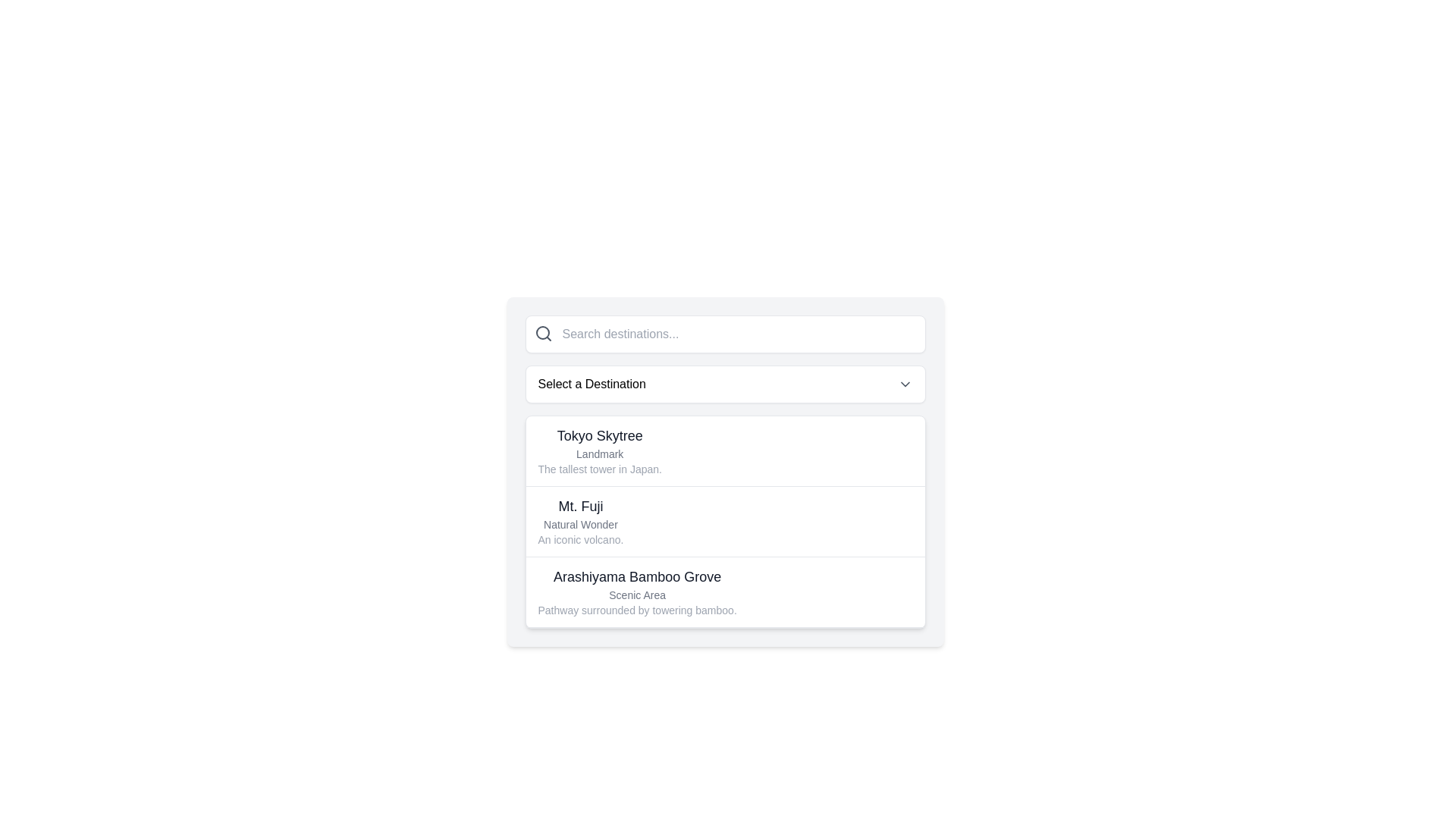  What do you see at coordinates (599, 453) in the screenshot?
I see `the static text element labeled 'Landmark', which is styled in a smaller font size with a muted gray tone, located directly beneath the title 'Tokyo Skytree'` at bounding box center [599, 453].